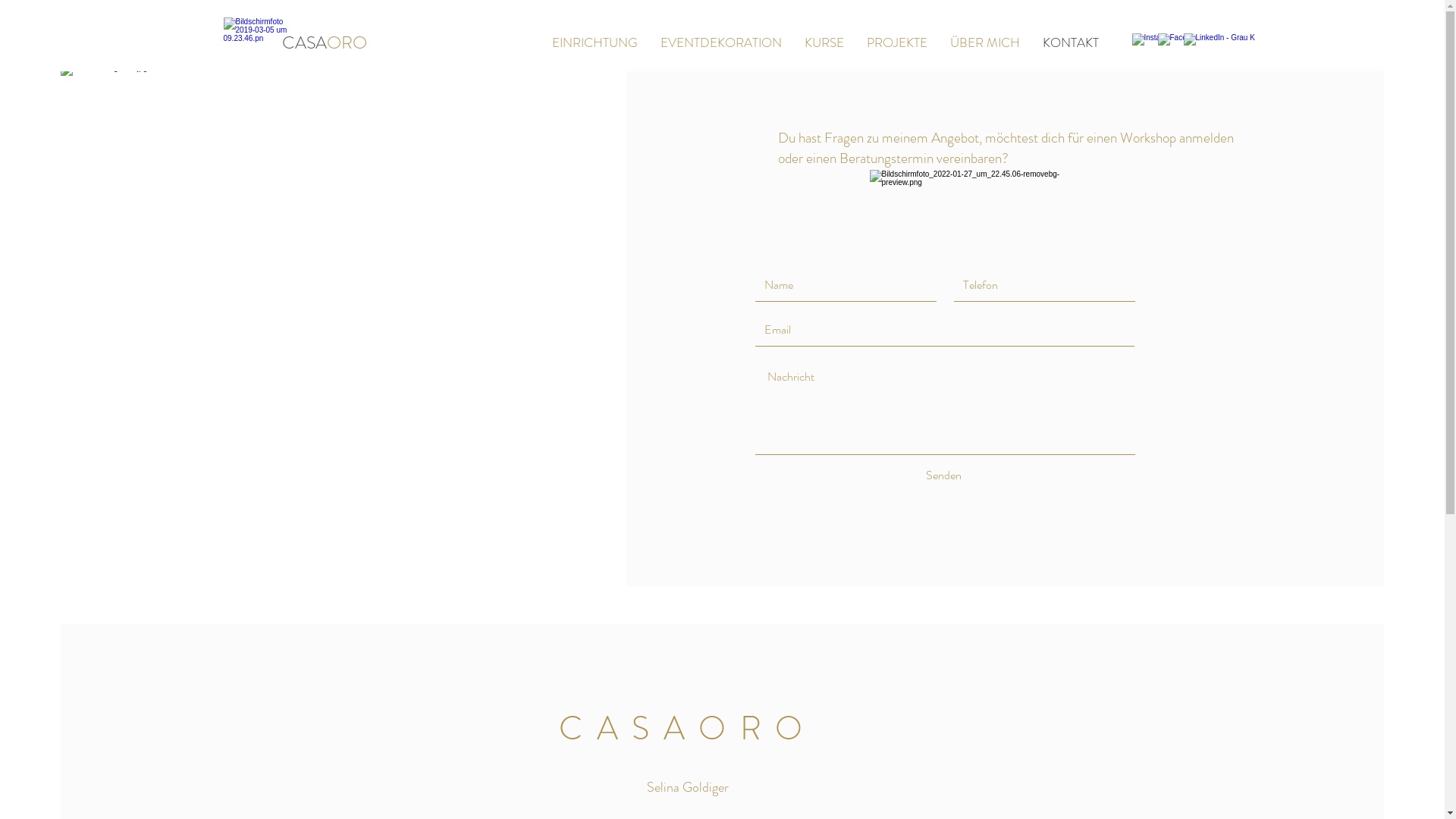  I want to click on 'EINRICHTUNG', so click(593, 42).